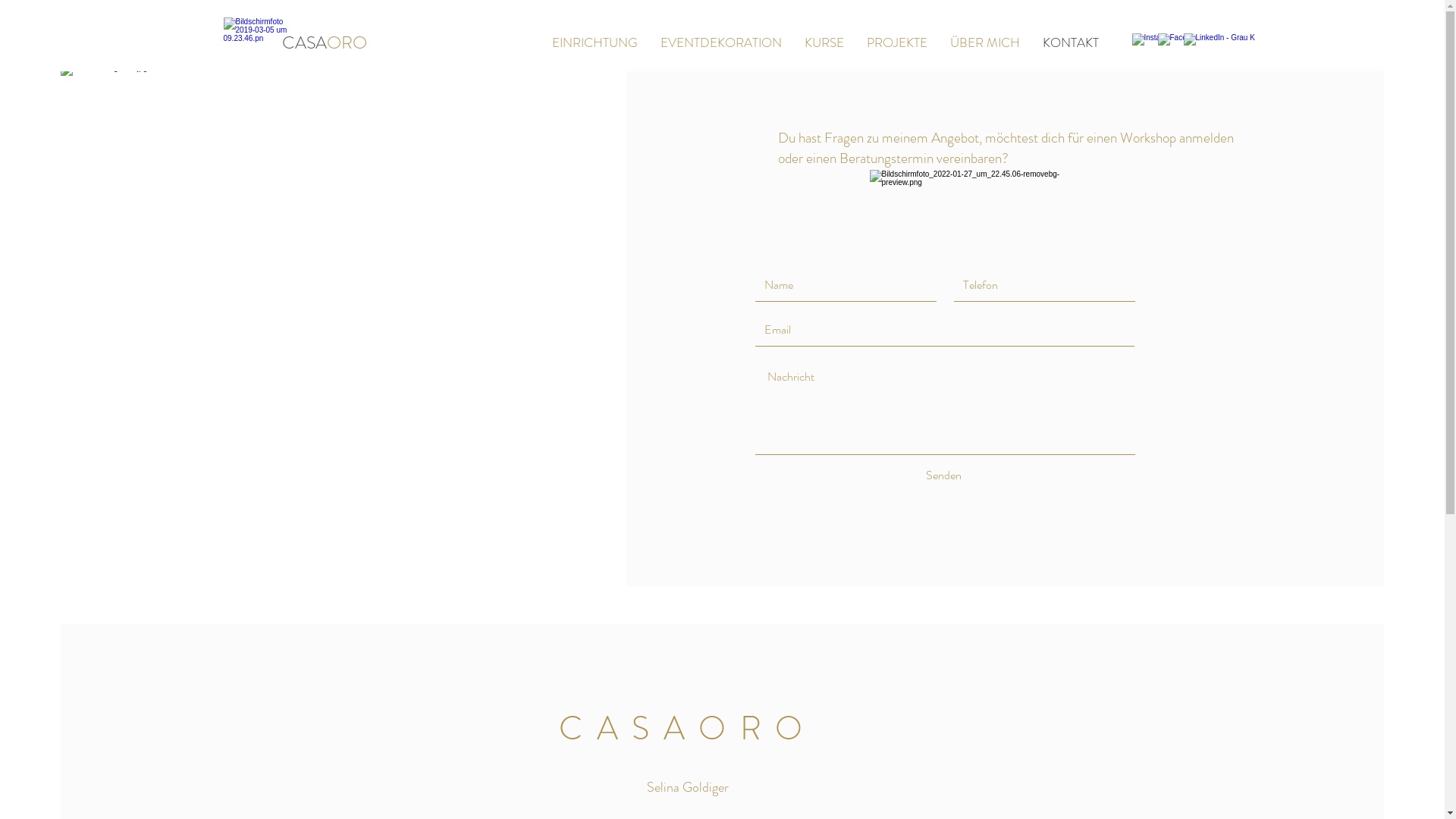  I want to click on 'EINRICHTUNG', so click(593, 42).